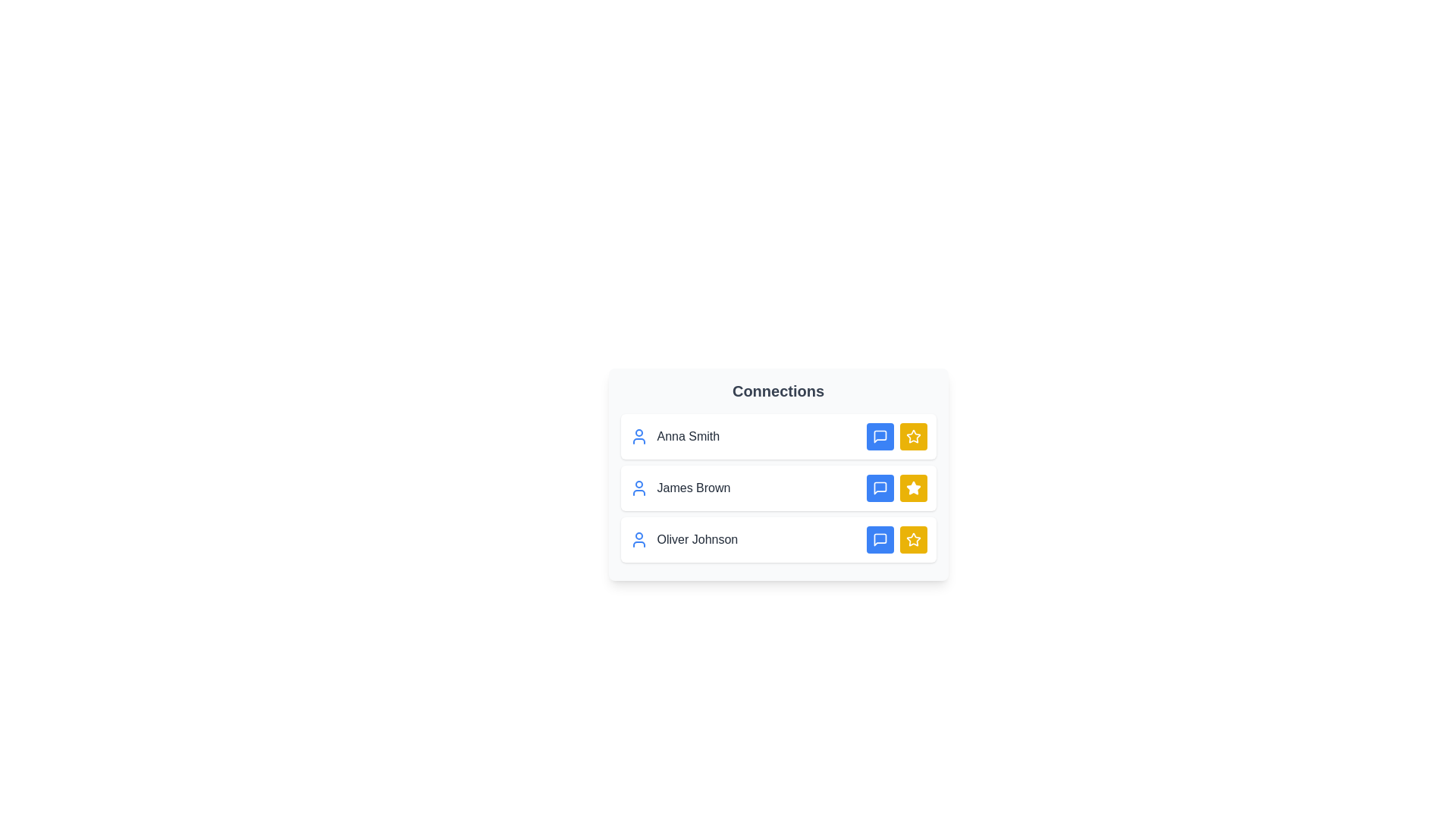 This screenshot has height=819, width=1456. Describe the element at coordinates (880, 488) in the screenshot. I see `message button next to James Brown to initiate a message` at that location.